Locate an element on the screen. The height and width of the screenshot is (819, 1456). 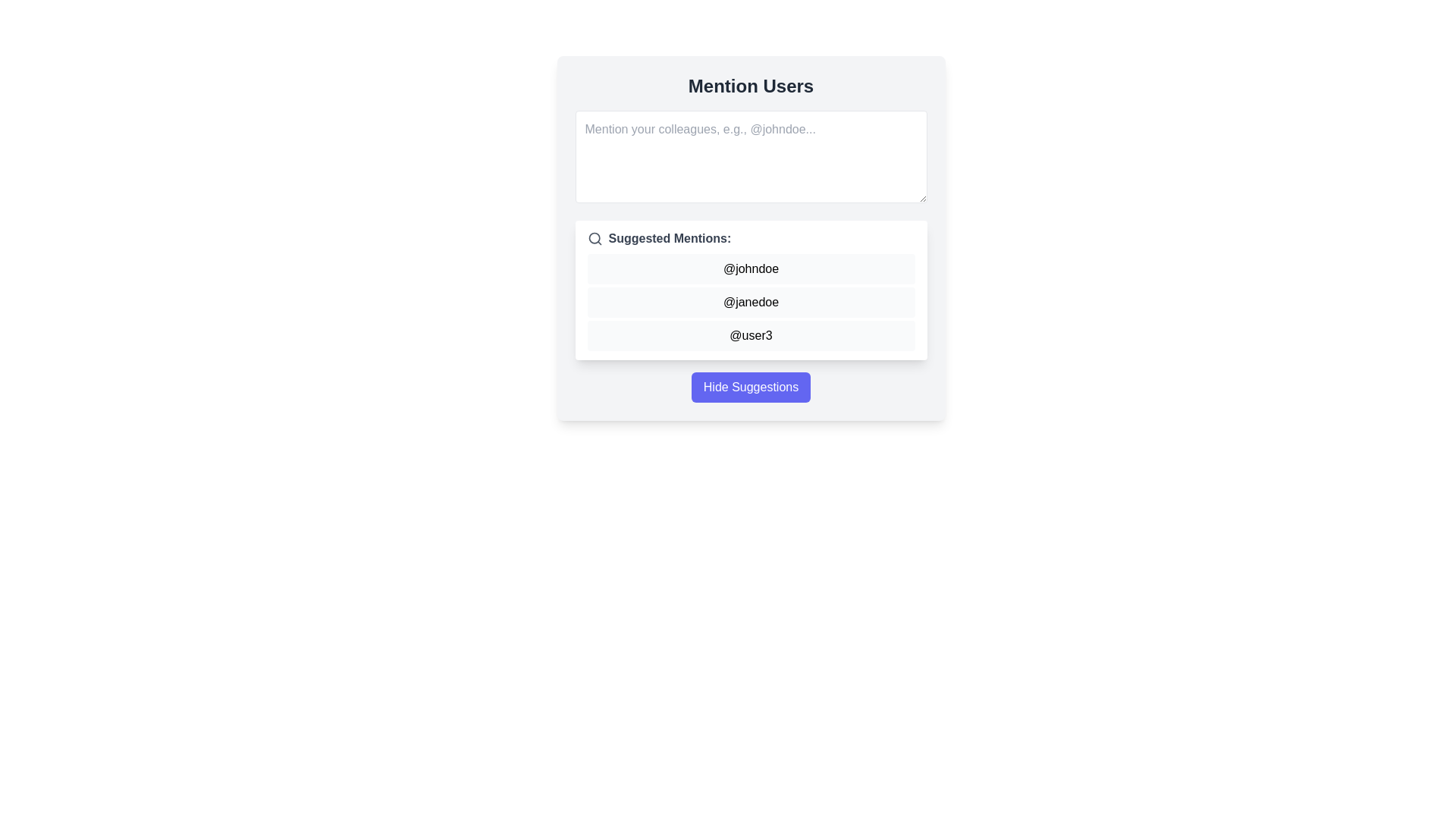
the button with a purple background and white text labeled 'Hide Suggestions' to hide suggestions is located at coordinates (751, 386).